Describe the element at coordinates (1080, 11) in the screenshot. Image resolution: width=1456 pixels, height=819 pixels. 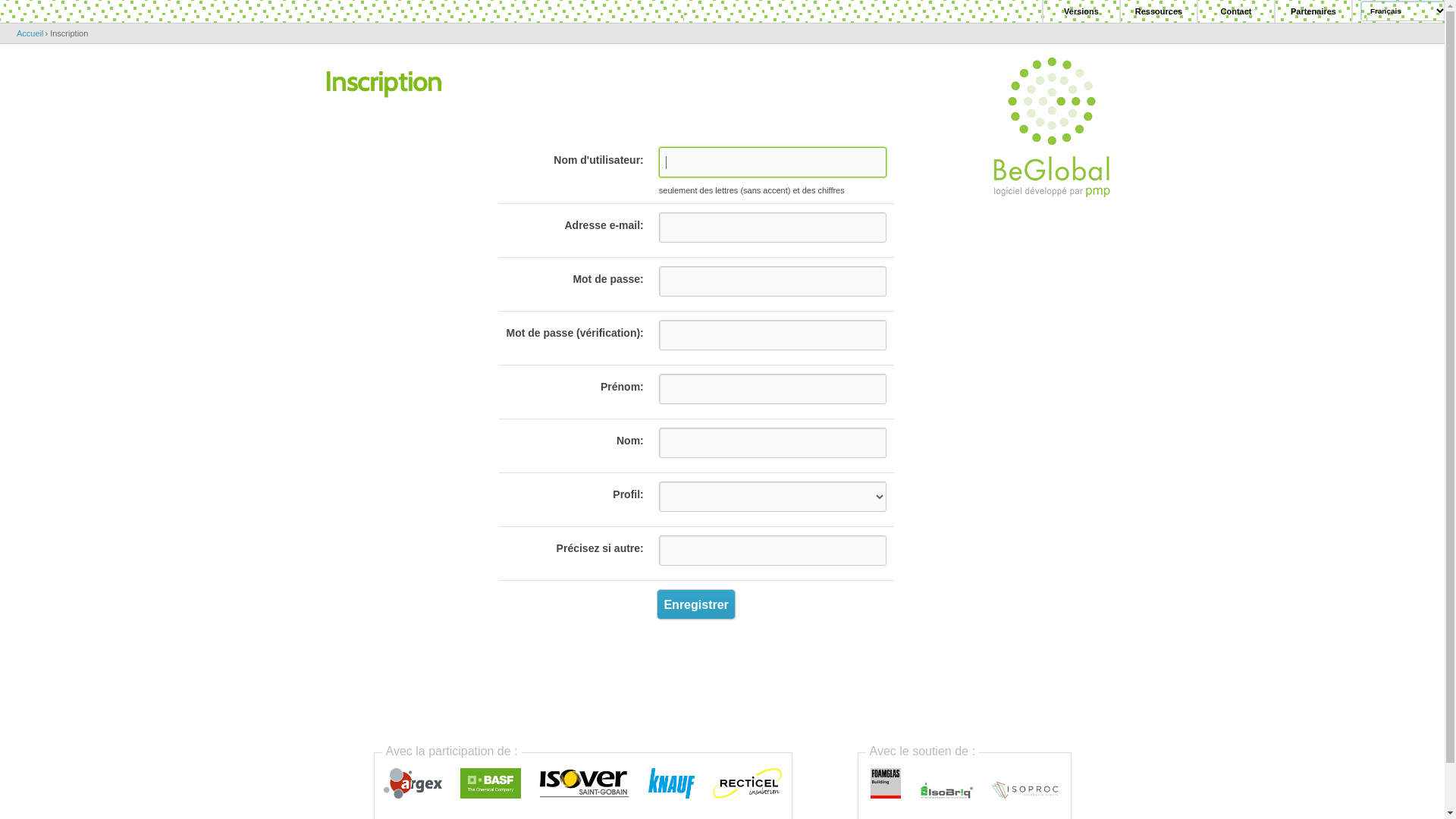
I see `'Versions'` at that location.